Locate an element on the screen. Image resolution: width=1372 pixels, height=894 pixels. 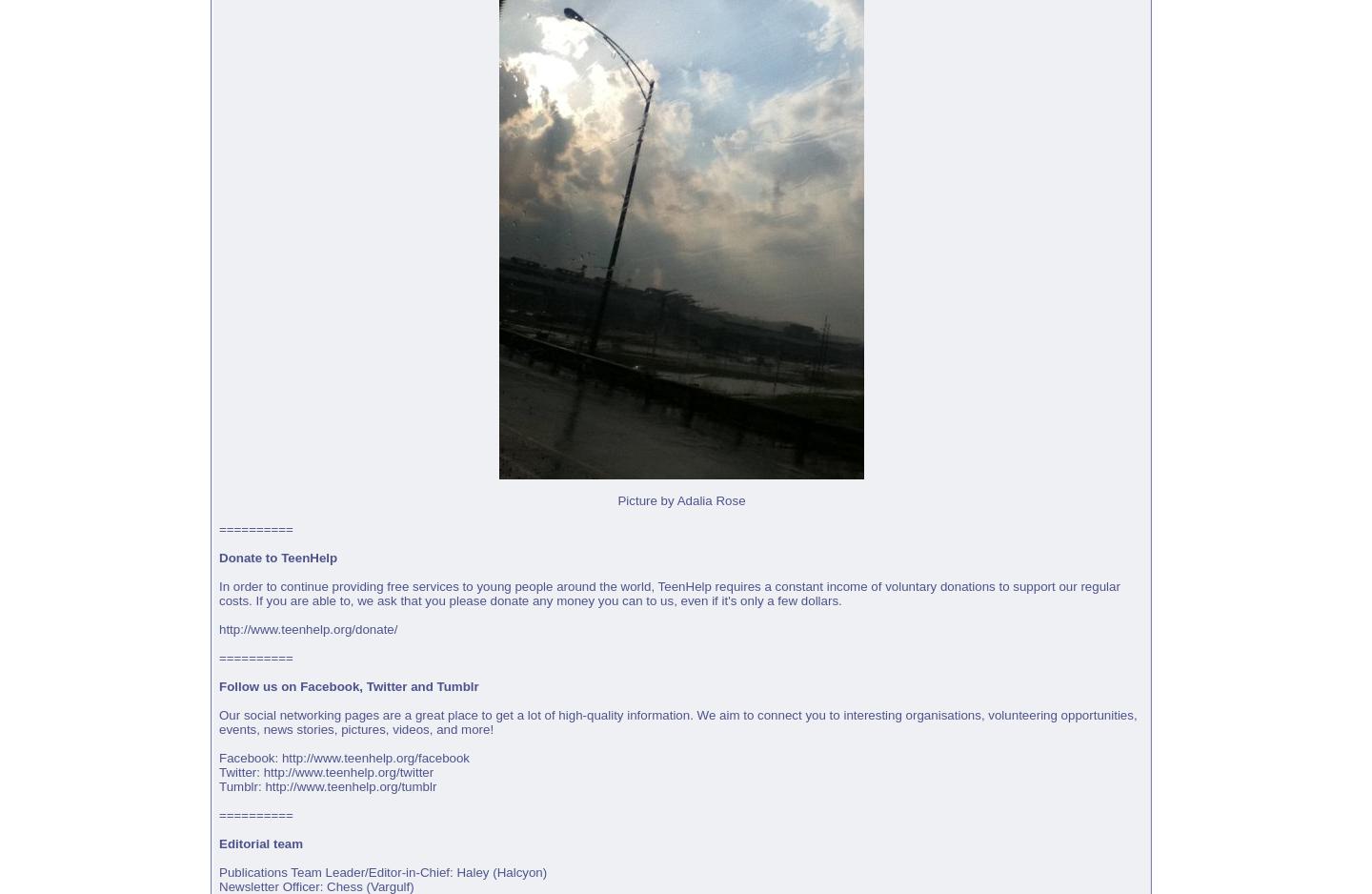
'In order to continue providing free services to young people around the world, TeenHelp requires a constant income of voluntary donations to support our regular costs. If you are able to, we ask that you please donate any money you can to us, even if it's only a few dollars.' is located at coordinates (669, 594).